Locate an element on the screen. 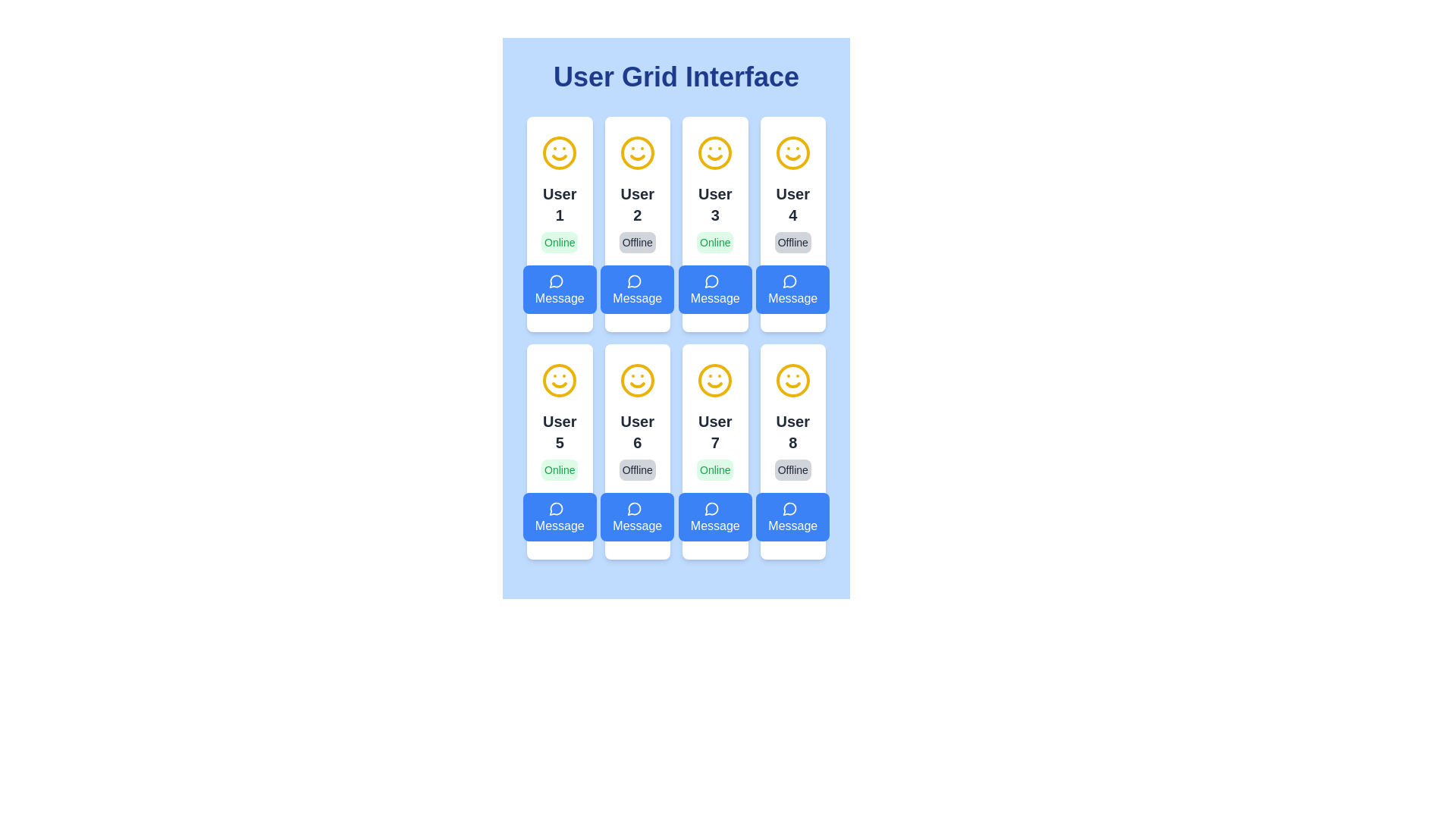  the 'Message' button located in the bottom-left corner of the grid interface under the 'User 5' card is located at coordinates (556, 508).